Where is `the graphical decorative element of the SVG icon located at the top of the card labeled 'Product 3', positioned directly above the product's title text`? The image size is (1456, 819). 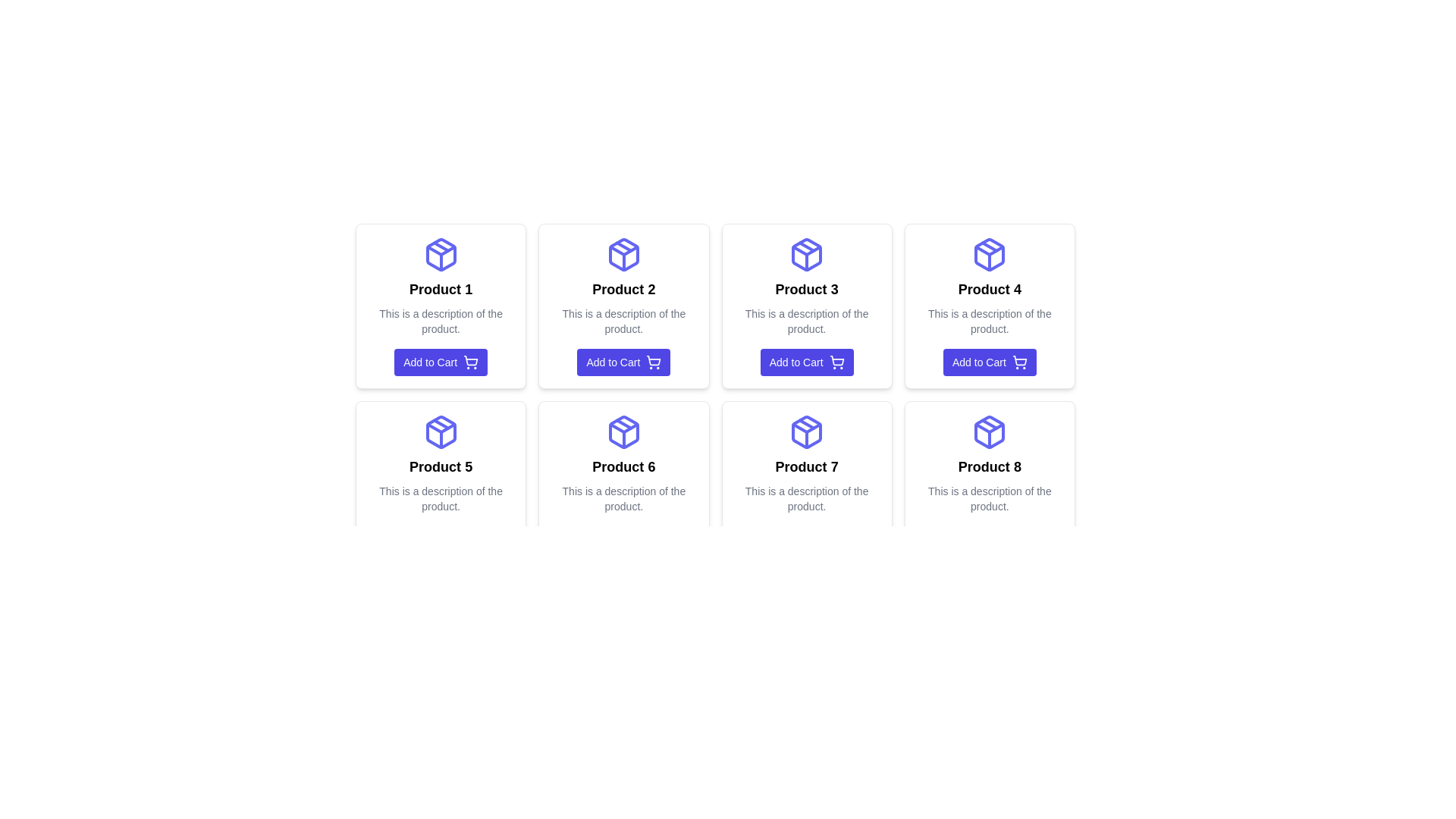 the graphical decorative element of the SVG icon located at the top of the card labeled 'Product 3', positioned directly above the product's title text is located at coordinates (806, 250).